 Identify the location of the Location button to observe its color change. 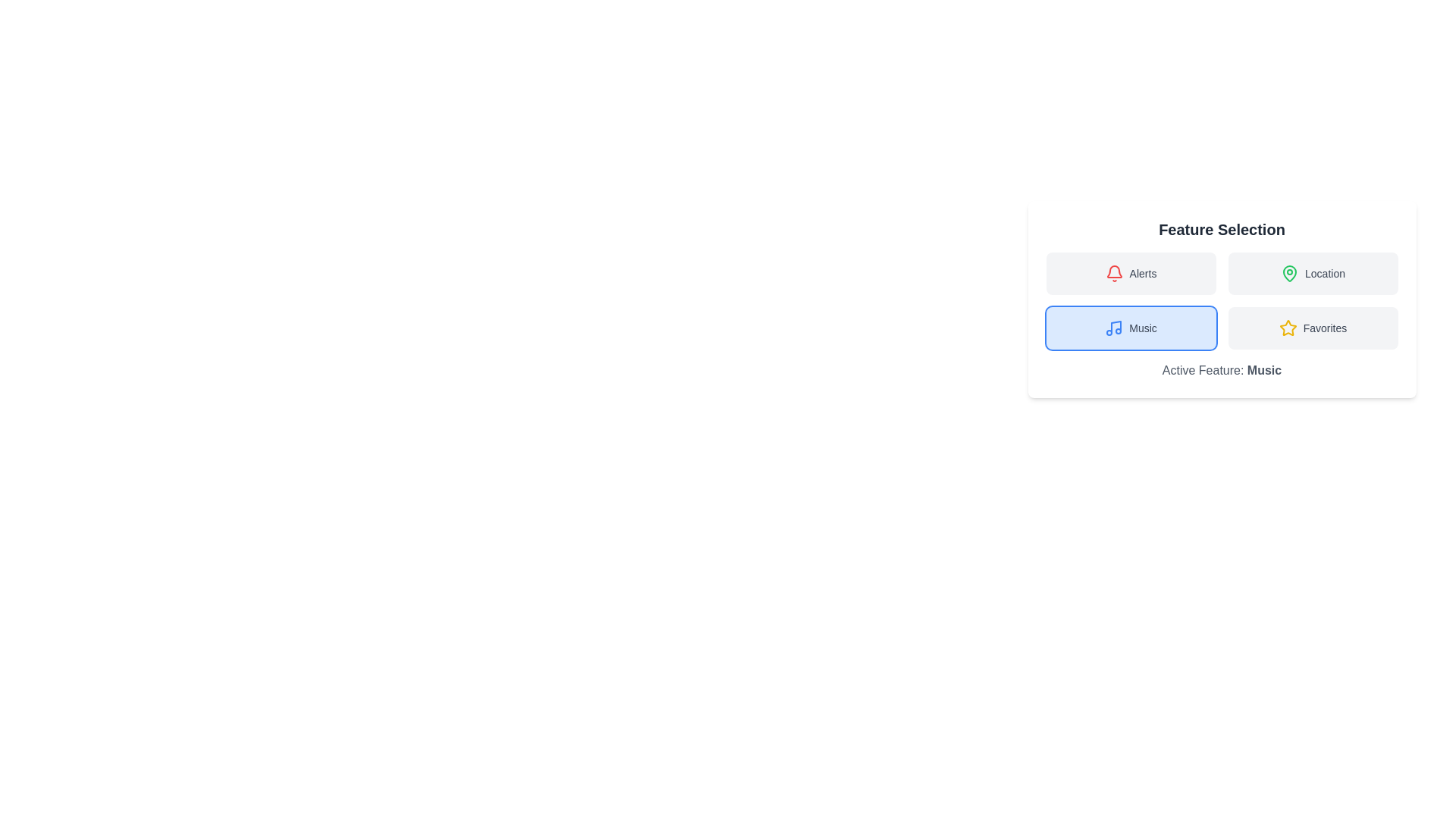
(1312, 274).